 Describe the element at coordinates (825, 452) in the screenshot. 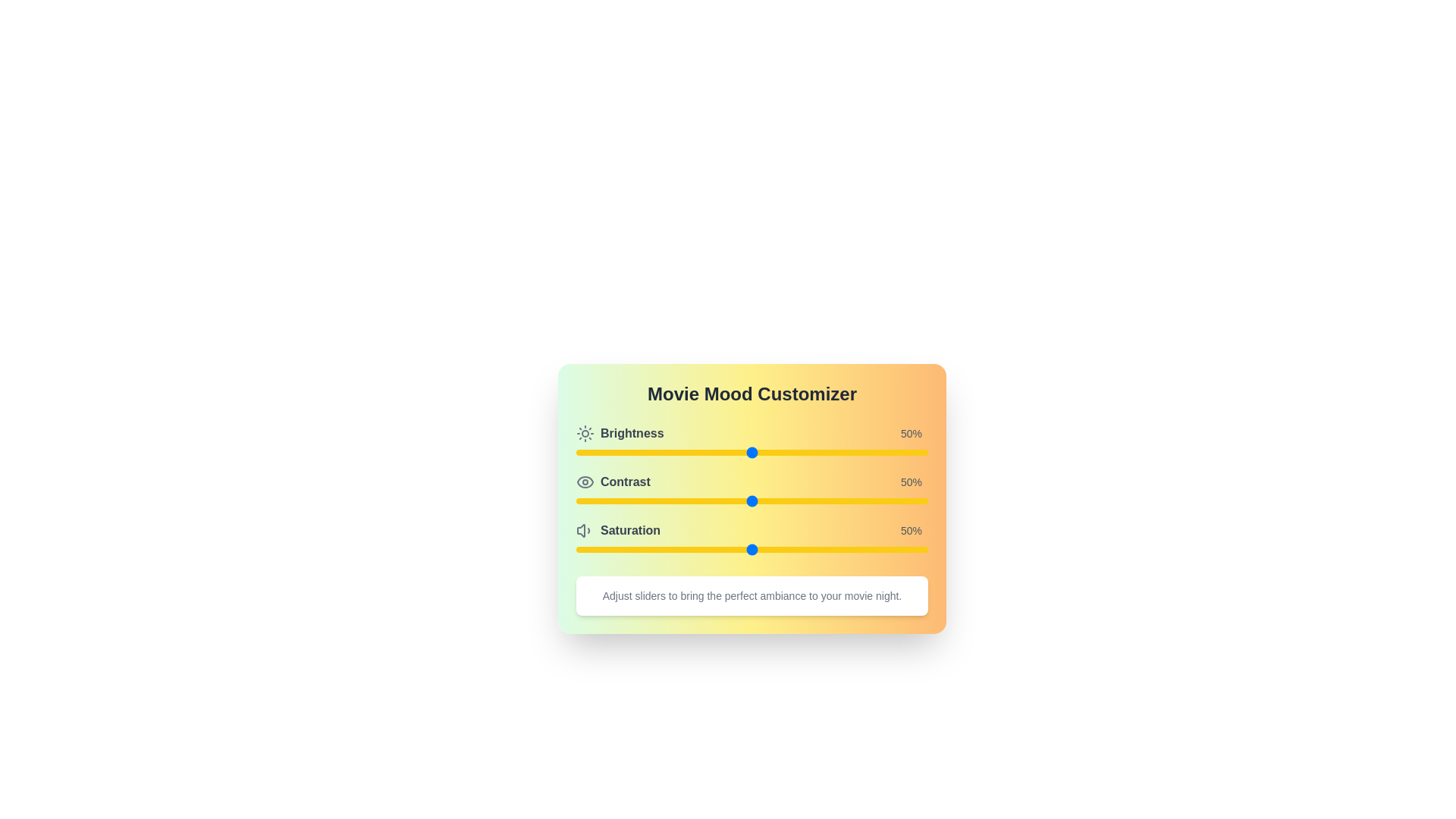

I see `brightness` at that location.